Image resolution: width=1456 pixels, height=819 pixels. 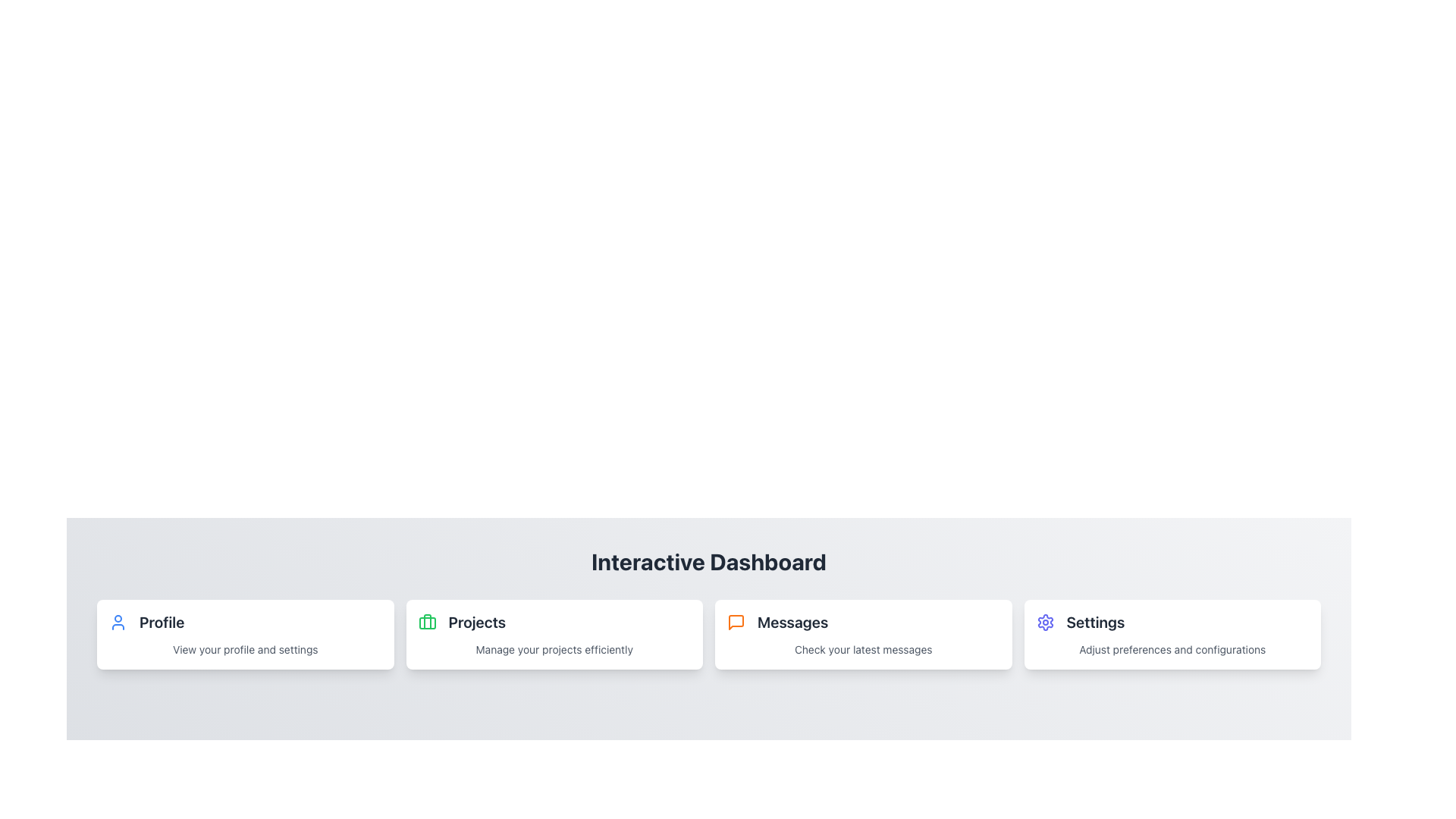 What do you see at coordinates (426, 623) in the screenshot?
I see `the green briefcase icon located to the left of the 'Projects' label in the header of the second card on the dashboard to identify its associated section` at bounding box center [426, 623].